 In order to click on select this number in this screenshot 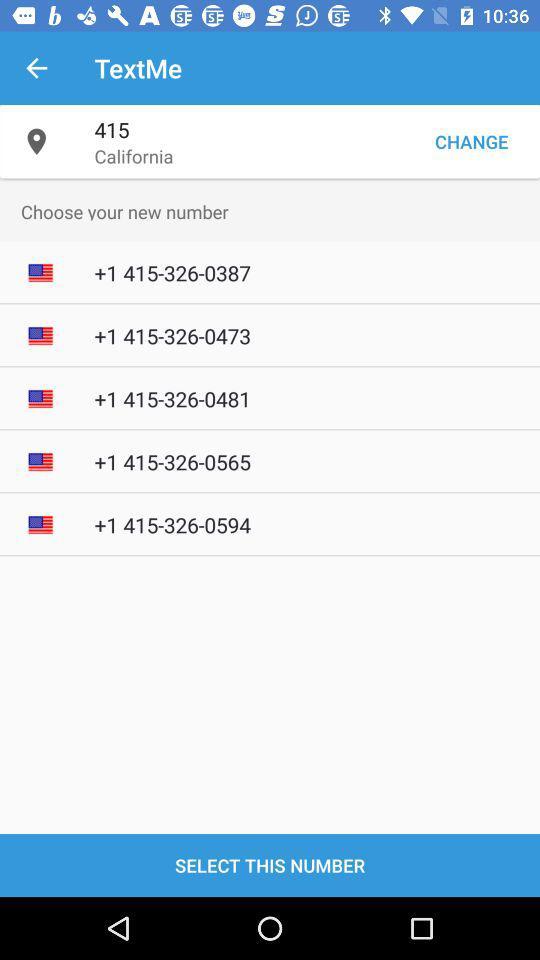, I will do `click(270, 864)`.